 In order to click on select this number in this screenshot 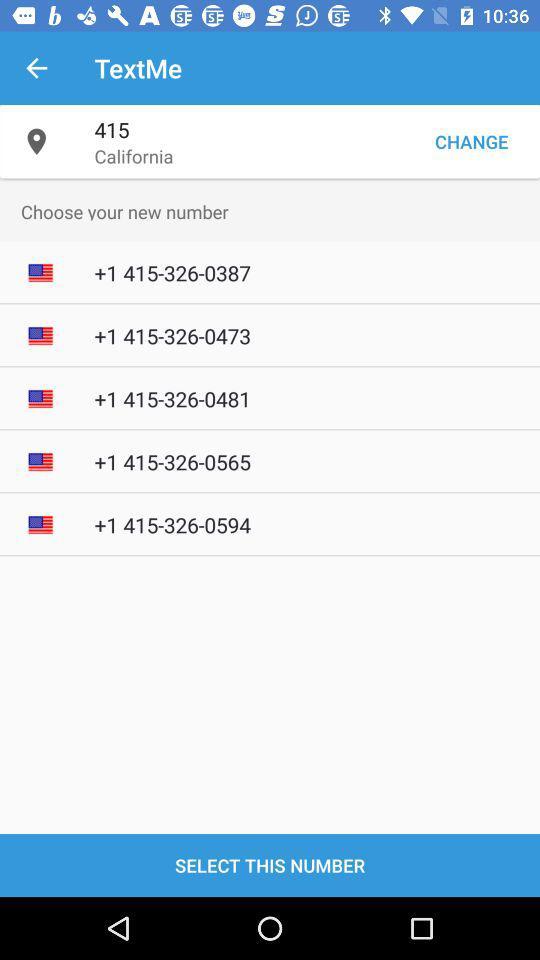, I will do `click(270, 864)`.